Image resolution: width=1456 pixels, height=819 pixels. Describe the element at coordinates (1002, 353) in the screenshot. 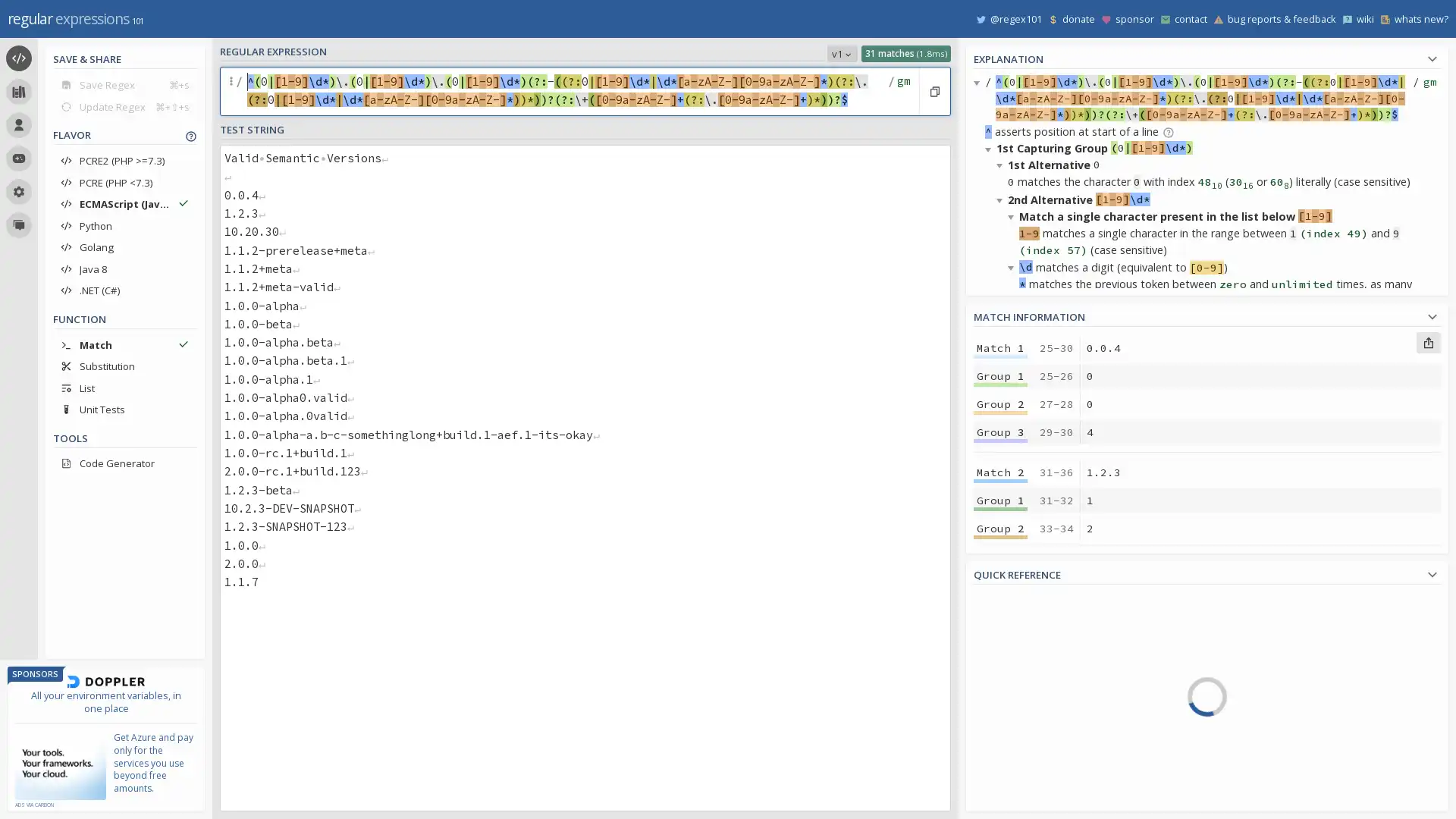

I see `Collapse Subtree` at that location.